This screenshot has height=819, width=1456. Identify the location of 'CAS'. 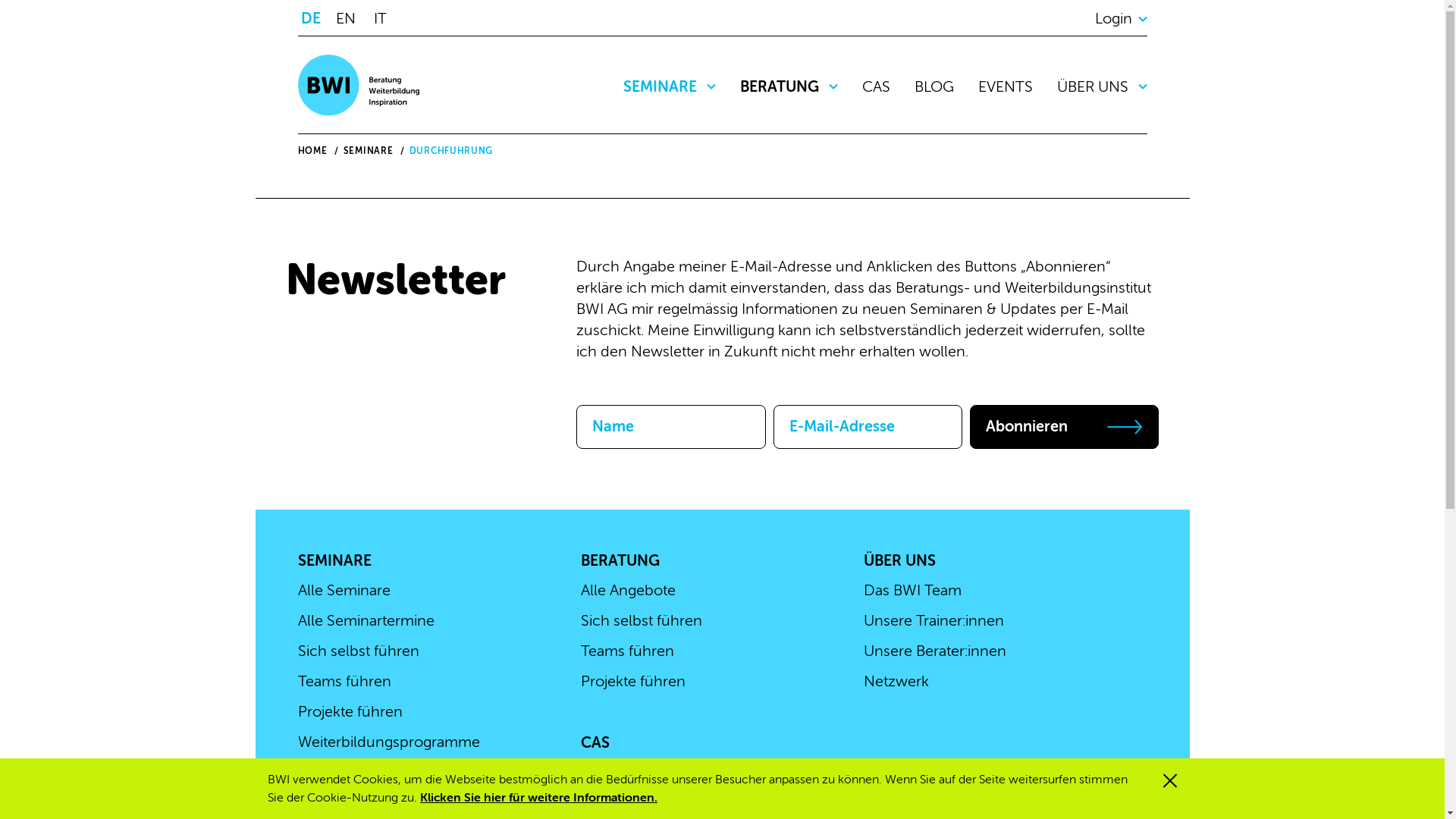
(595, 742).